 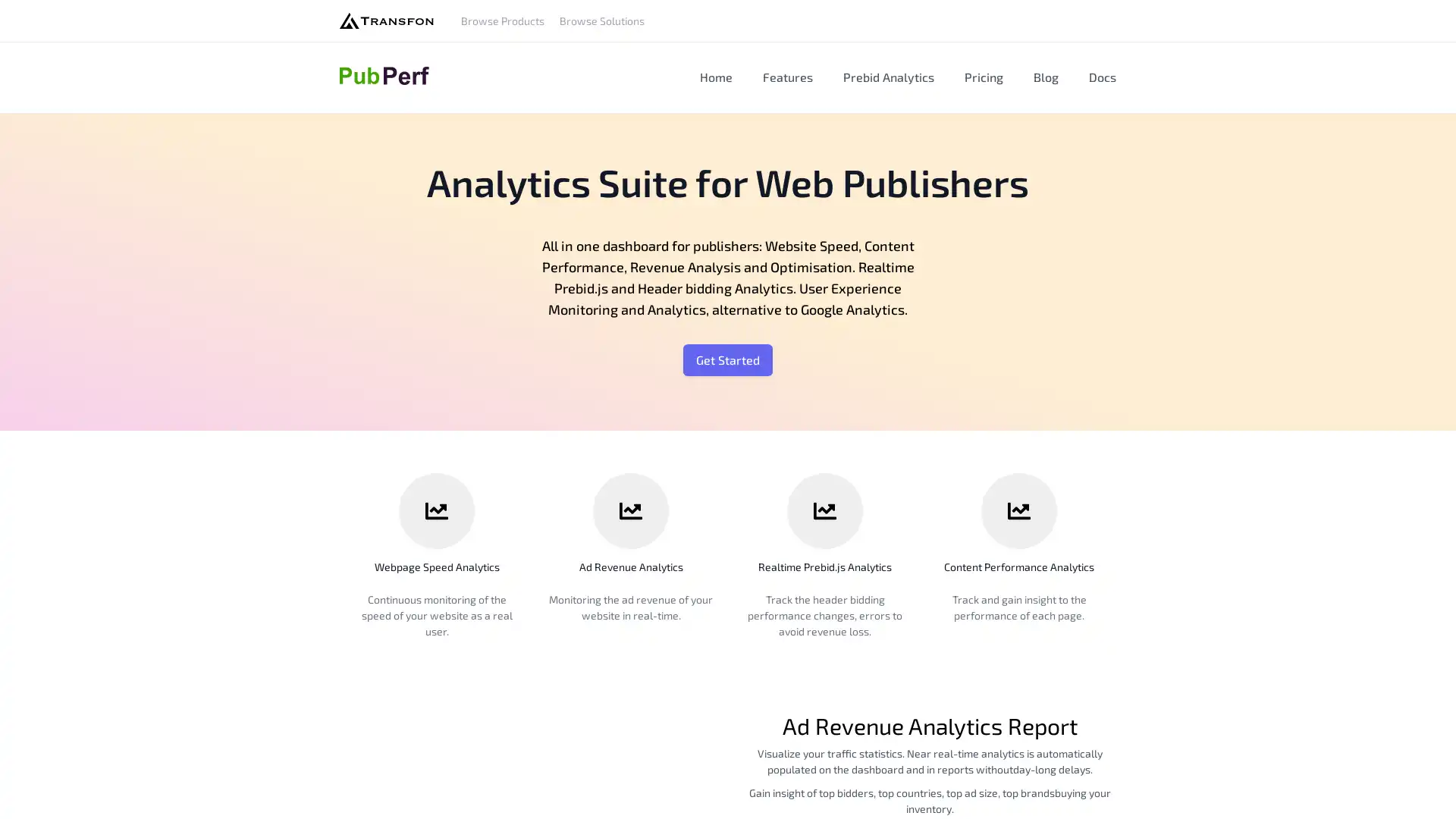 What do you see at coordinates (102, 791) in the screenshot?
I see `Do Not Sell My Data` at bounding box center [102, 791].